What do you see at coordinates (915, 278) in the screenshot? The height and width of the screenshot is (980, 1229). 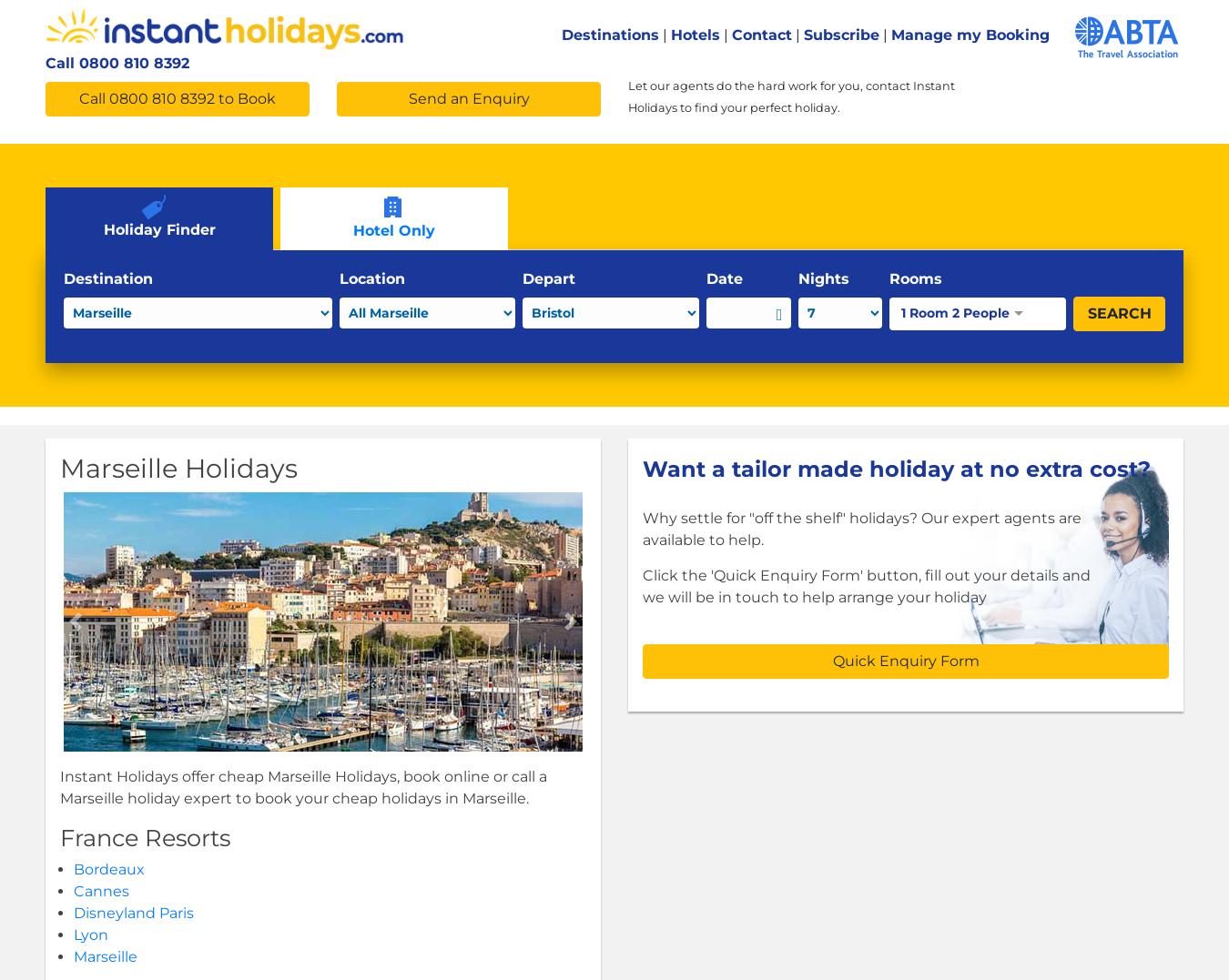 I see `'Rooms'` at bounding box center [915, 278].